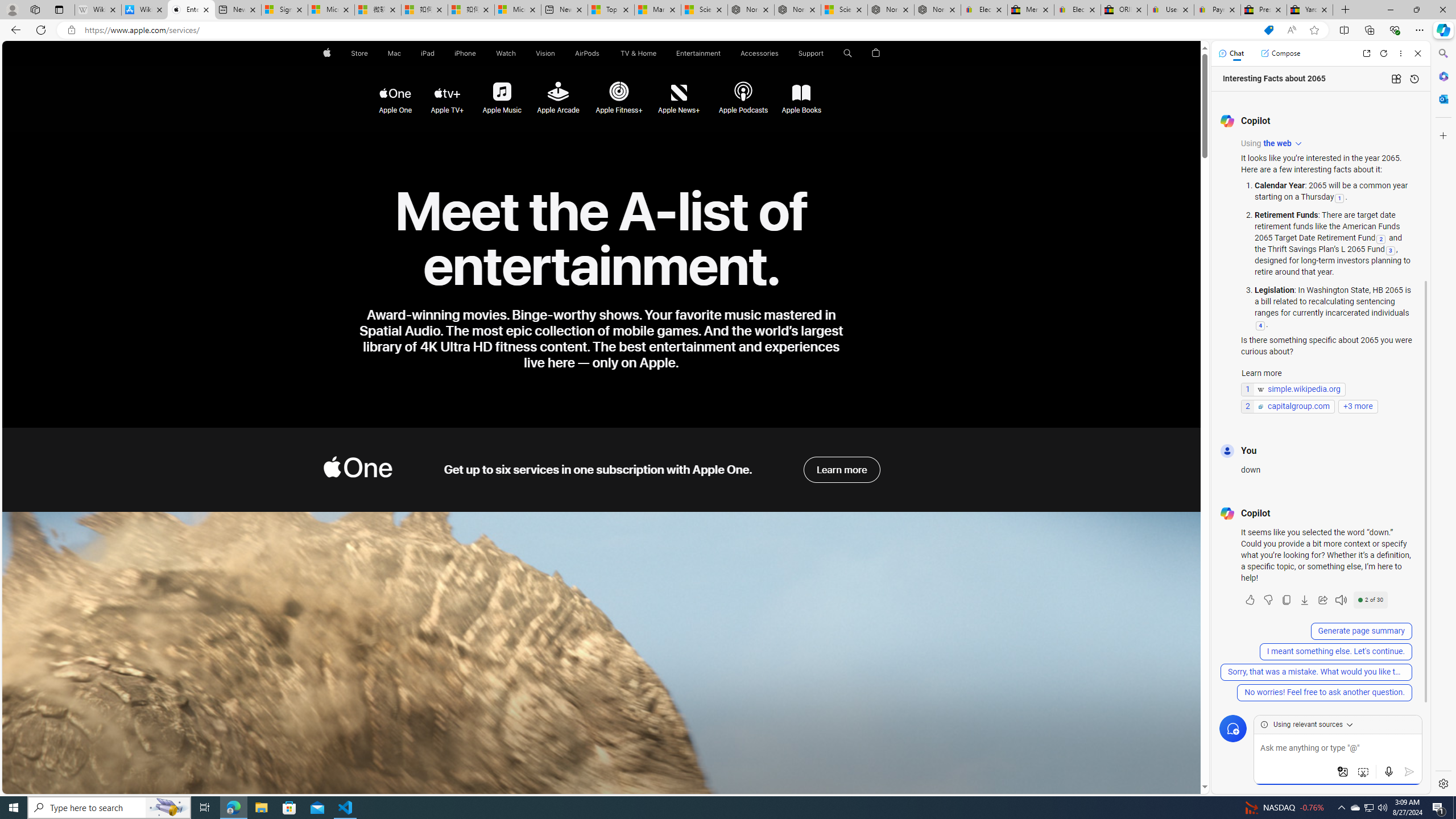 Image resolution: width=1456 pixels, height=819 pixels. Describe the element at coordinates (1280, 52) in the screenshot. I see `'Compose'` at that location.